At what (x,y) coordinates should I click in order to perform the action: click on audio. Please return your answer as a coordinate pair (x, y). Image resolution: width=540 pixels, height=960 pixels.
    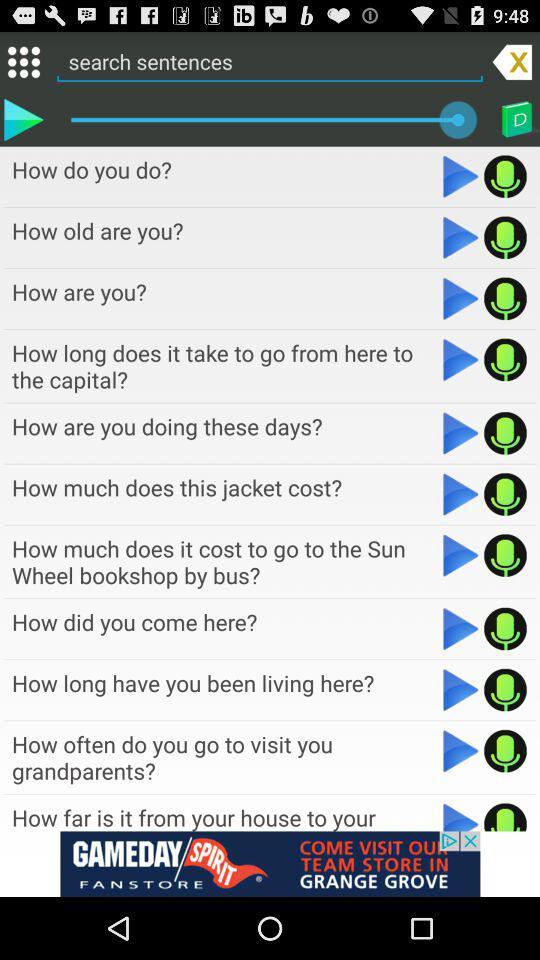
    Looking at the image, I should click on (461, 555).